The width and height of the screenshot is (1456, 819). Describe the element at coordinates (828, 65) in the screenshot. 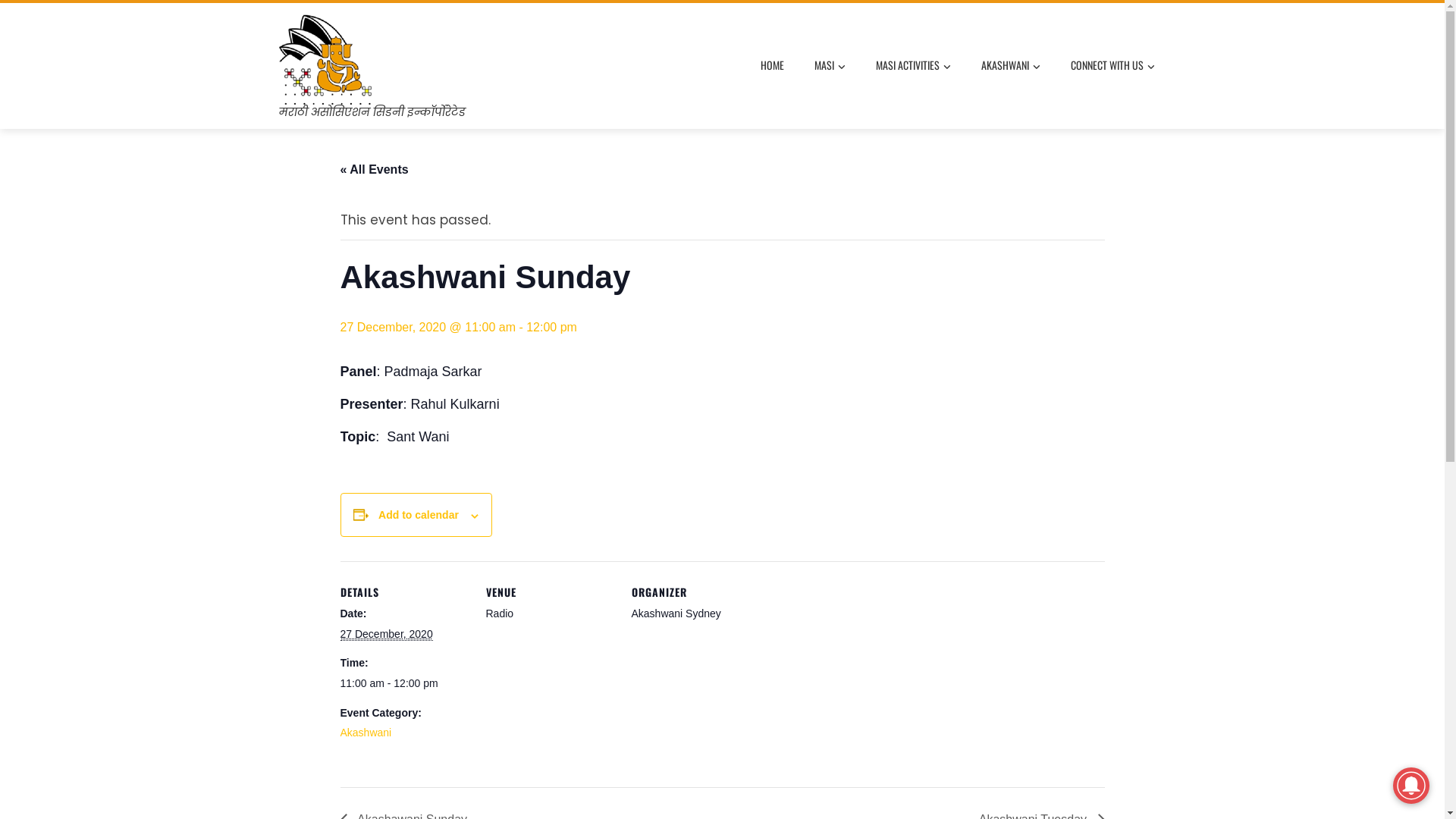

I see `'MASI'` at that location.